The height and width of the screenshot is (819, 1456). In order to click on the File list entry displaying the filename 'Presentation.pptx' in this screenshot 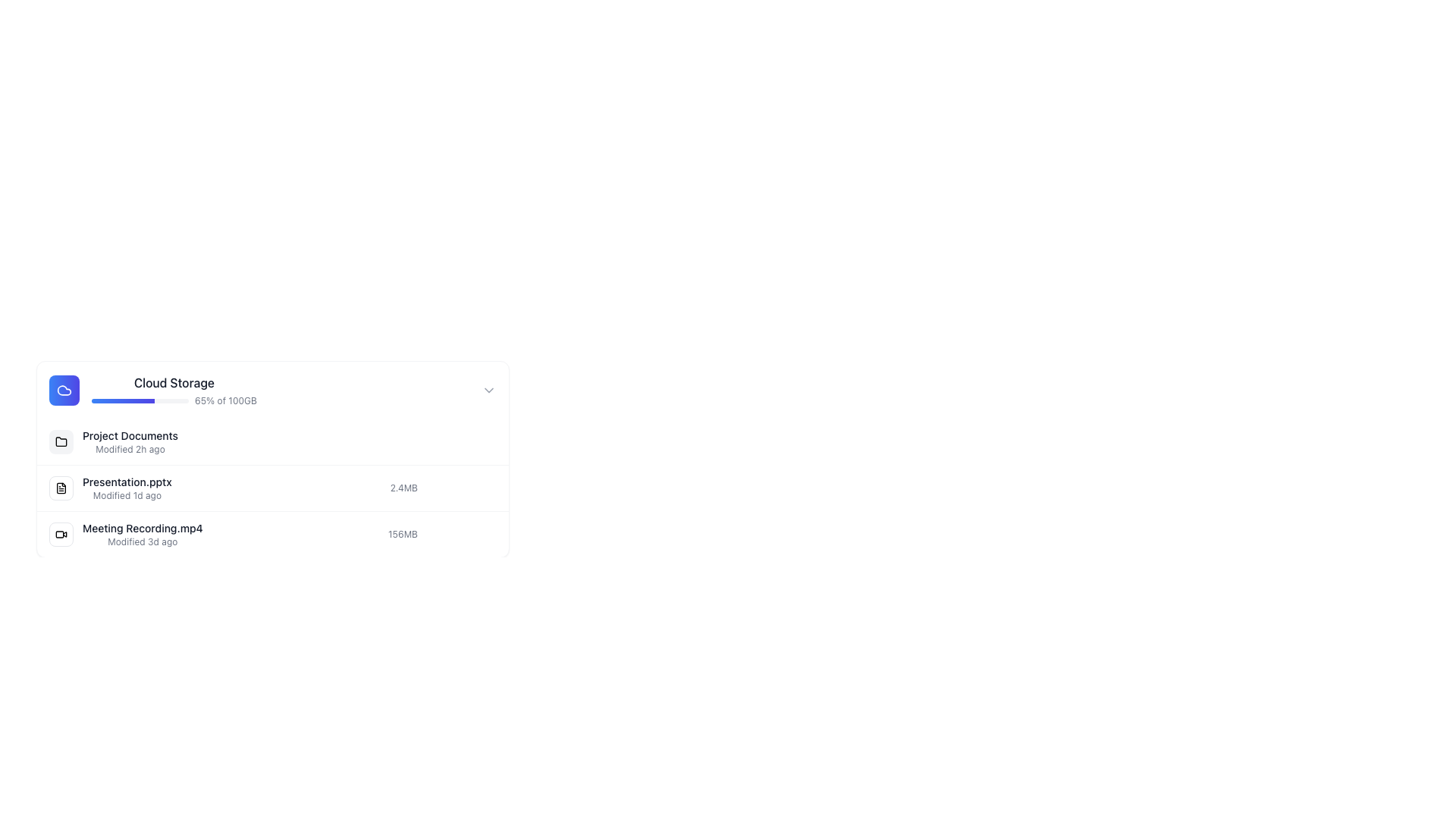, I will do `click(109, 488)`.